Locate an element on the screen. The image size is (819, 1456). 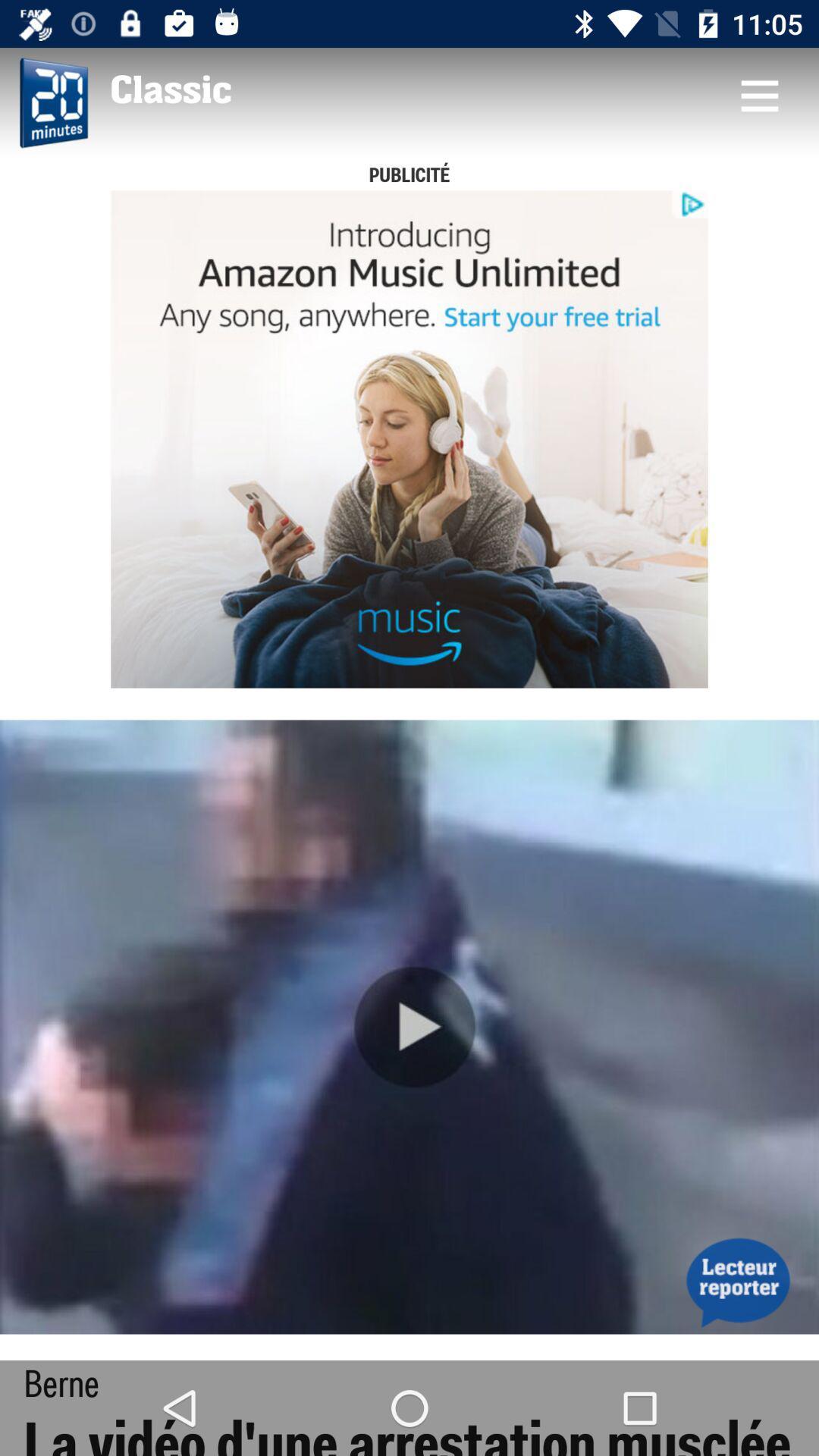
menu icon is located at coordinates (759, 94).